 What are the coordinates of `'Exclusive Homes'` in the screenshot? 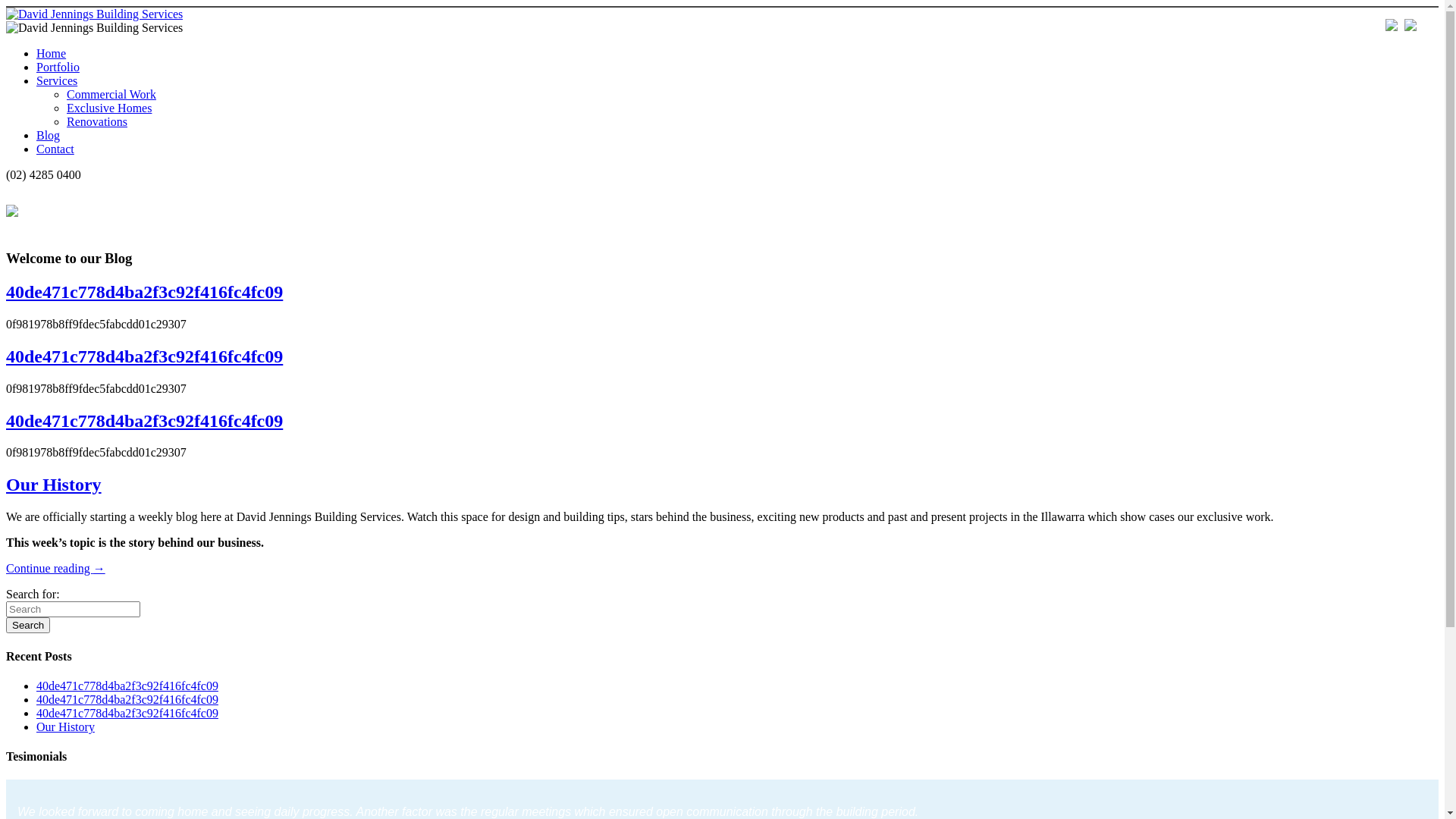 It's located at (108, 107).